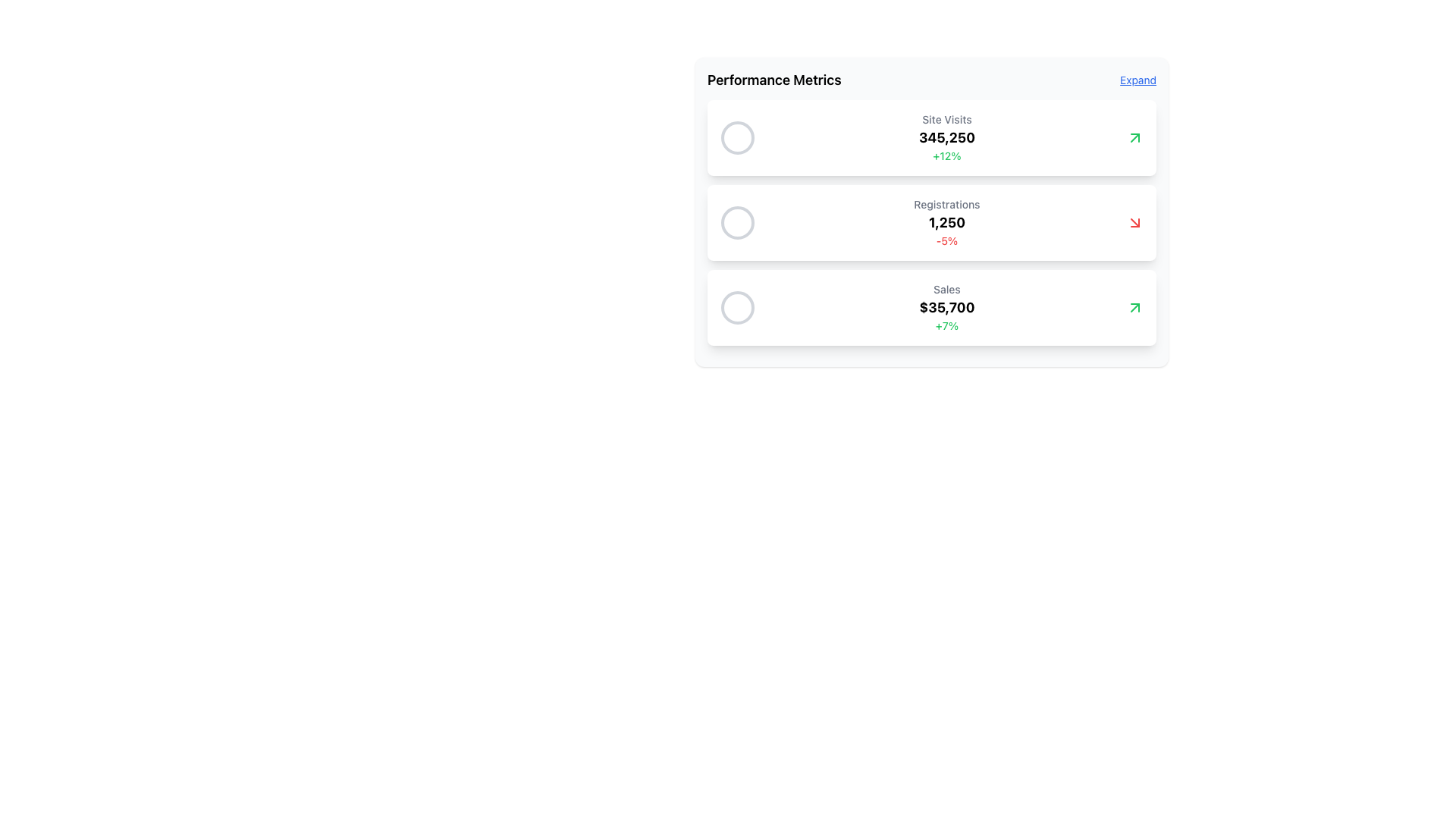 The width and height of the screenshot is (1456, 819). What do you see at coordinates (946, 155) in the screenshot?
I see `the green percentage display text element that indicates improvement in the 'Site Visits' section, positioned below the '345,250' text` at bounding box center [946, 155].